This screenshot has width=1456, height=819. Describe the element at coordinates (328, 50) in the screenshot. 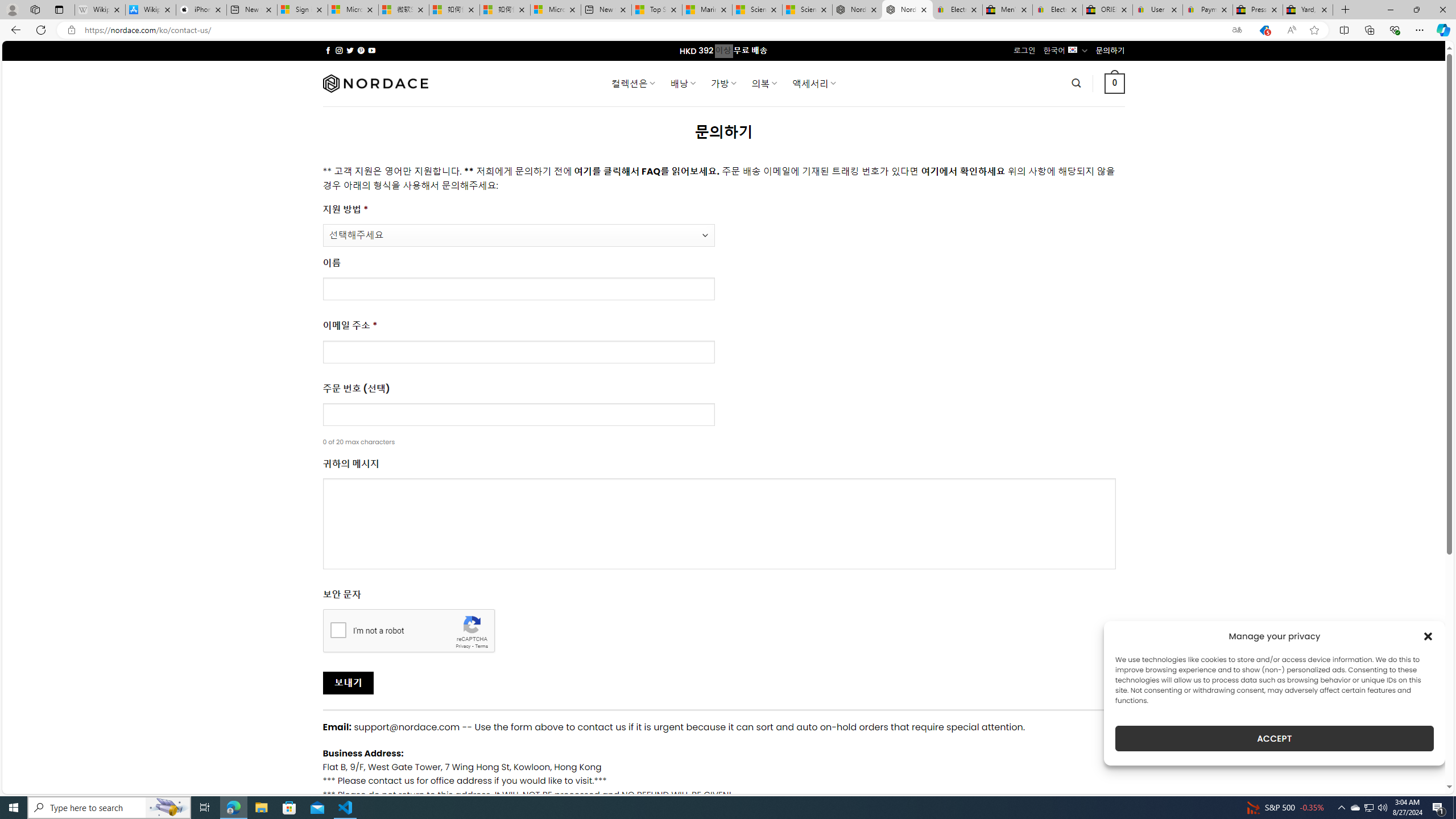

I see `'Follow on Facebook'` at that location.